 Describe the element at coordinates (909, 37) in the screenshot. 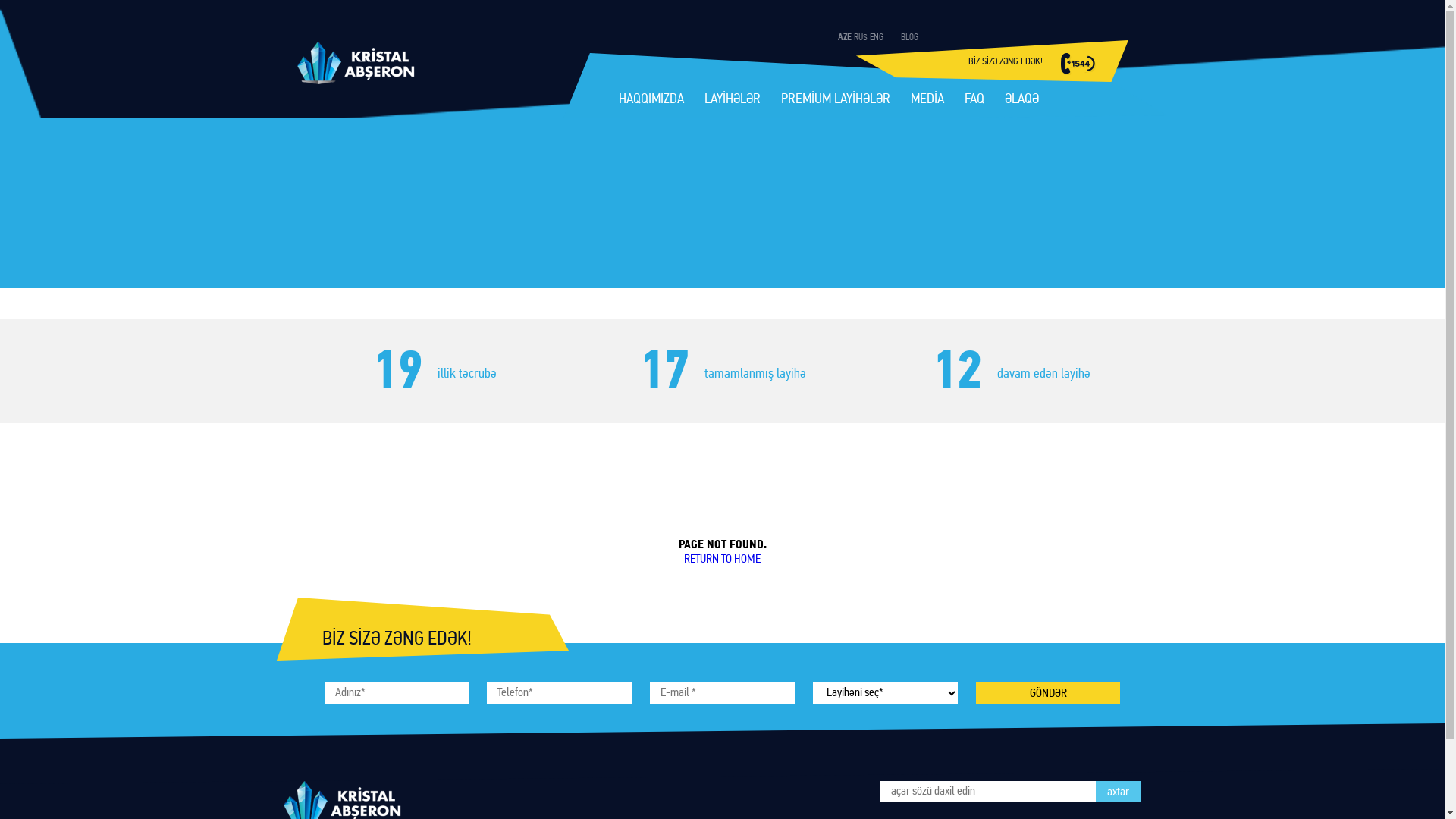

I see `'BLOG'` at that location.